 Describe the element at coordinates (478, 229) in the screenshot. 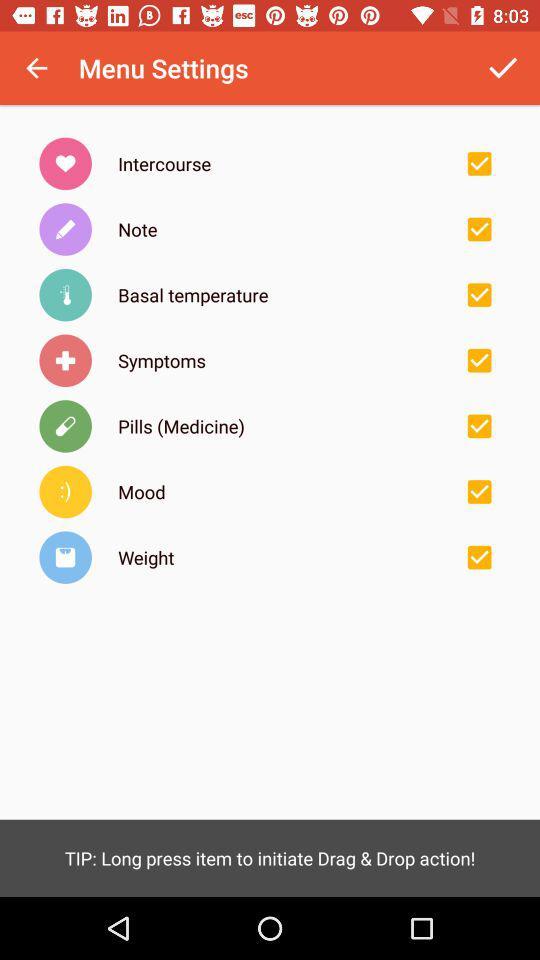

I see `note` at that location.